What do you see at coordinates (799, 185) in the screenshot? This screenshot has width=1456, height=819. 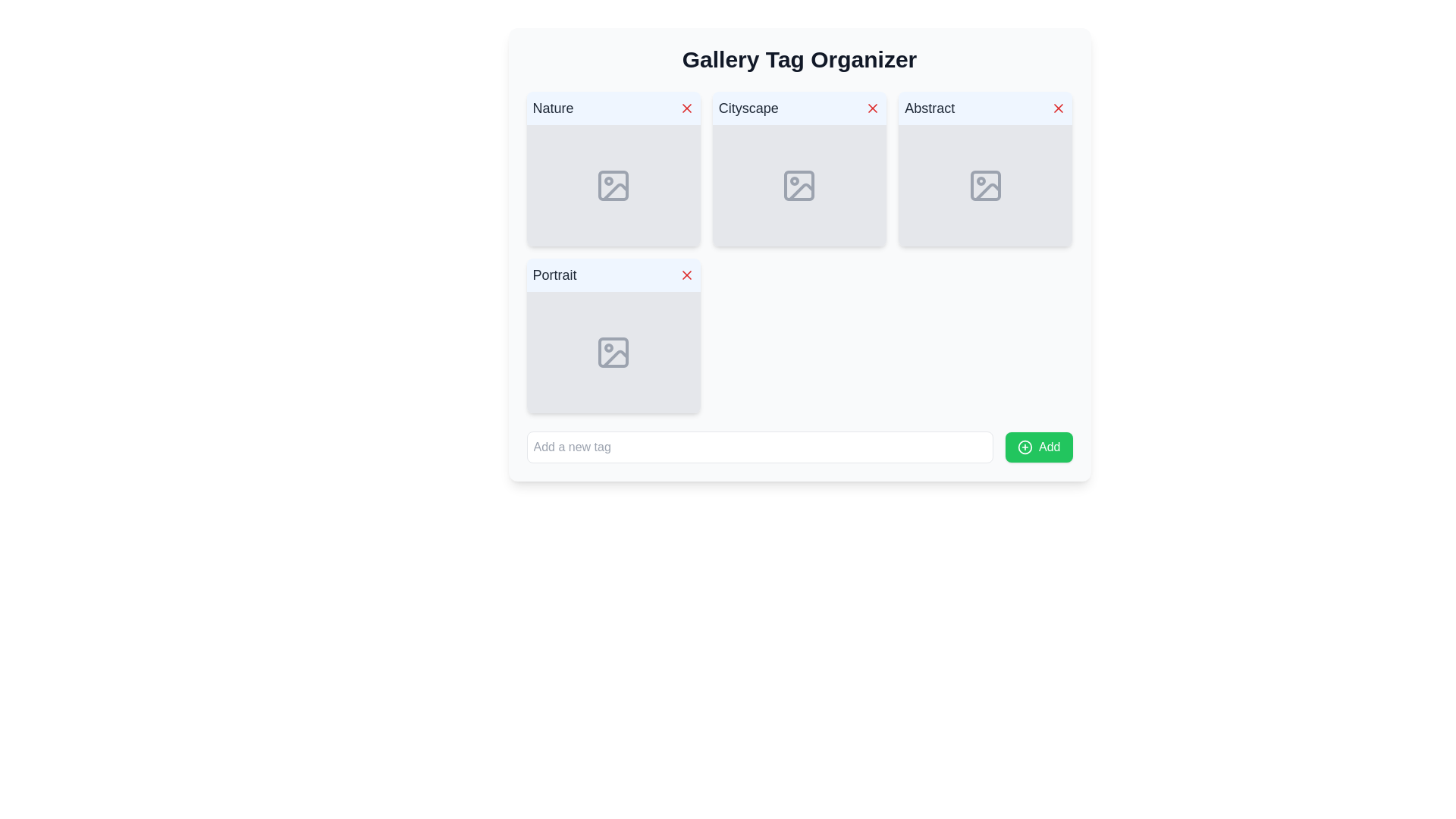 I see `the square icon of an image outline, which is centrally located in the 'Cityscape' card and appears as a grey sketch with rounded corners` at bounding box center [799, 185].